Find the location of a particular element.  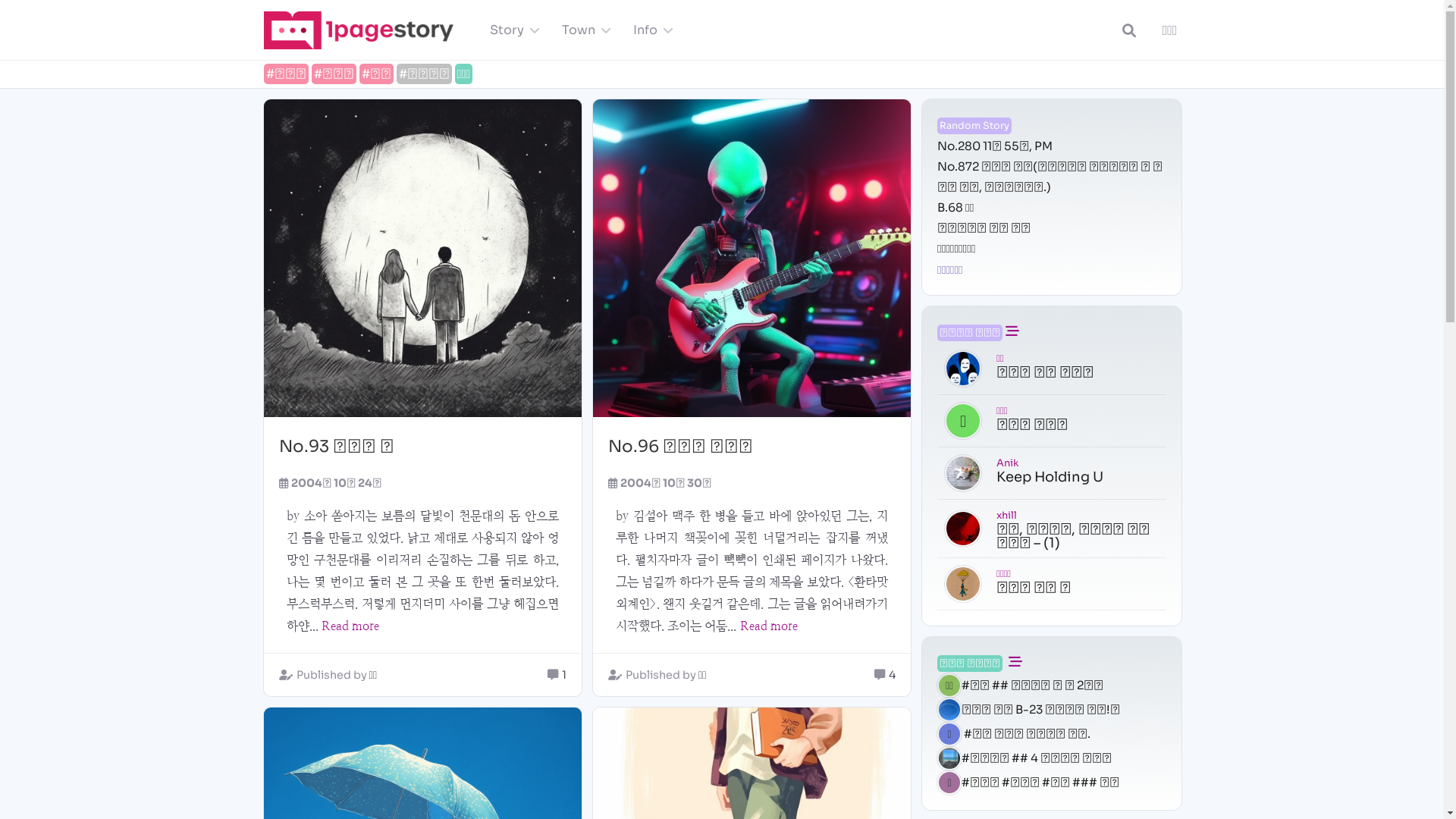

'Story' is located at coordinates (473, 30).